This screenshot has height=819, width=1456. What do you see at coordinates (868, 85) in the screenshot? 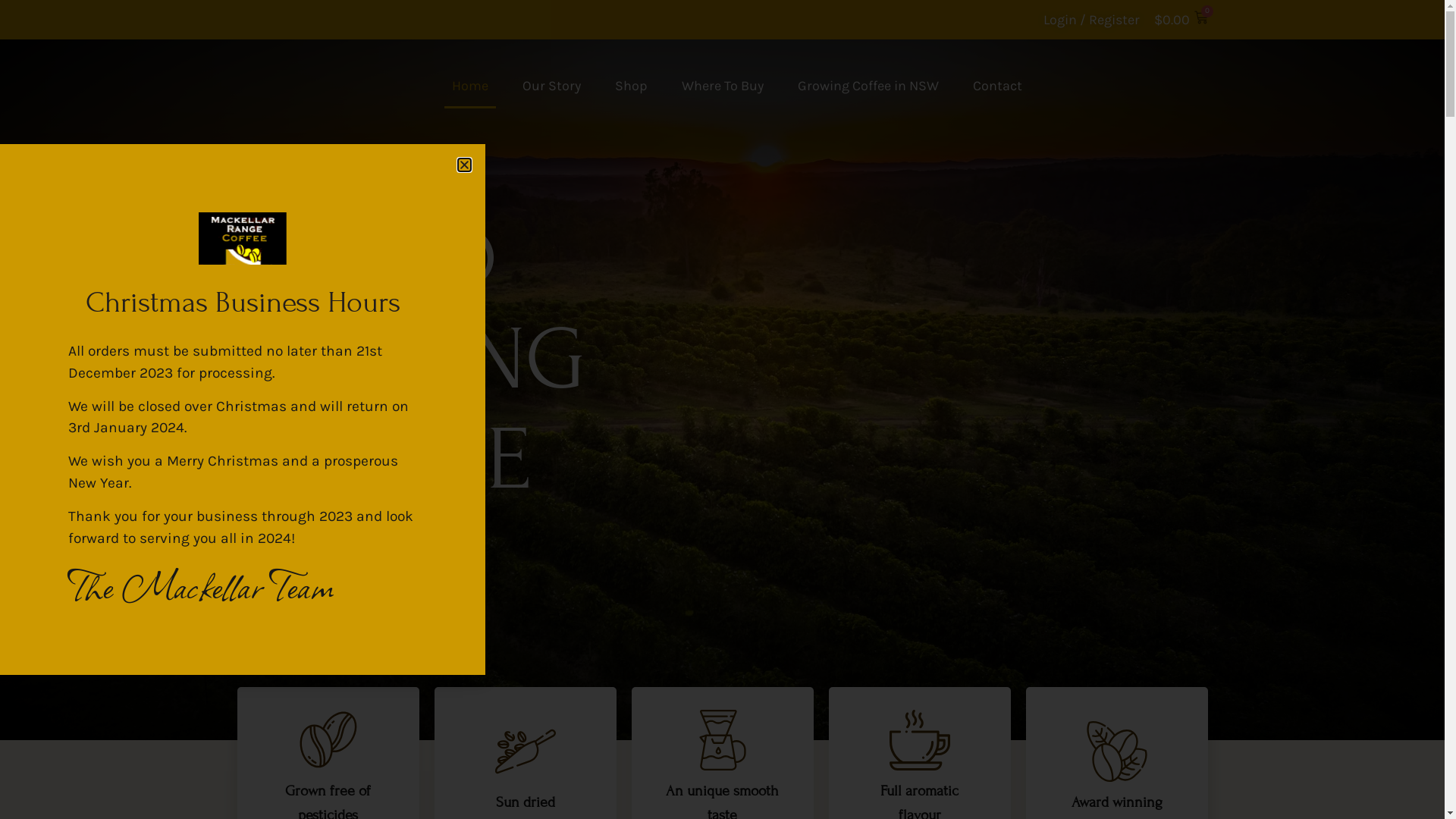
I see `'Growing Coffee in NSW'` at bounding box center [868, 85].